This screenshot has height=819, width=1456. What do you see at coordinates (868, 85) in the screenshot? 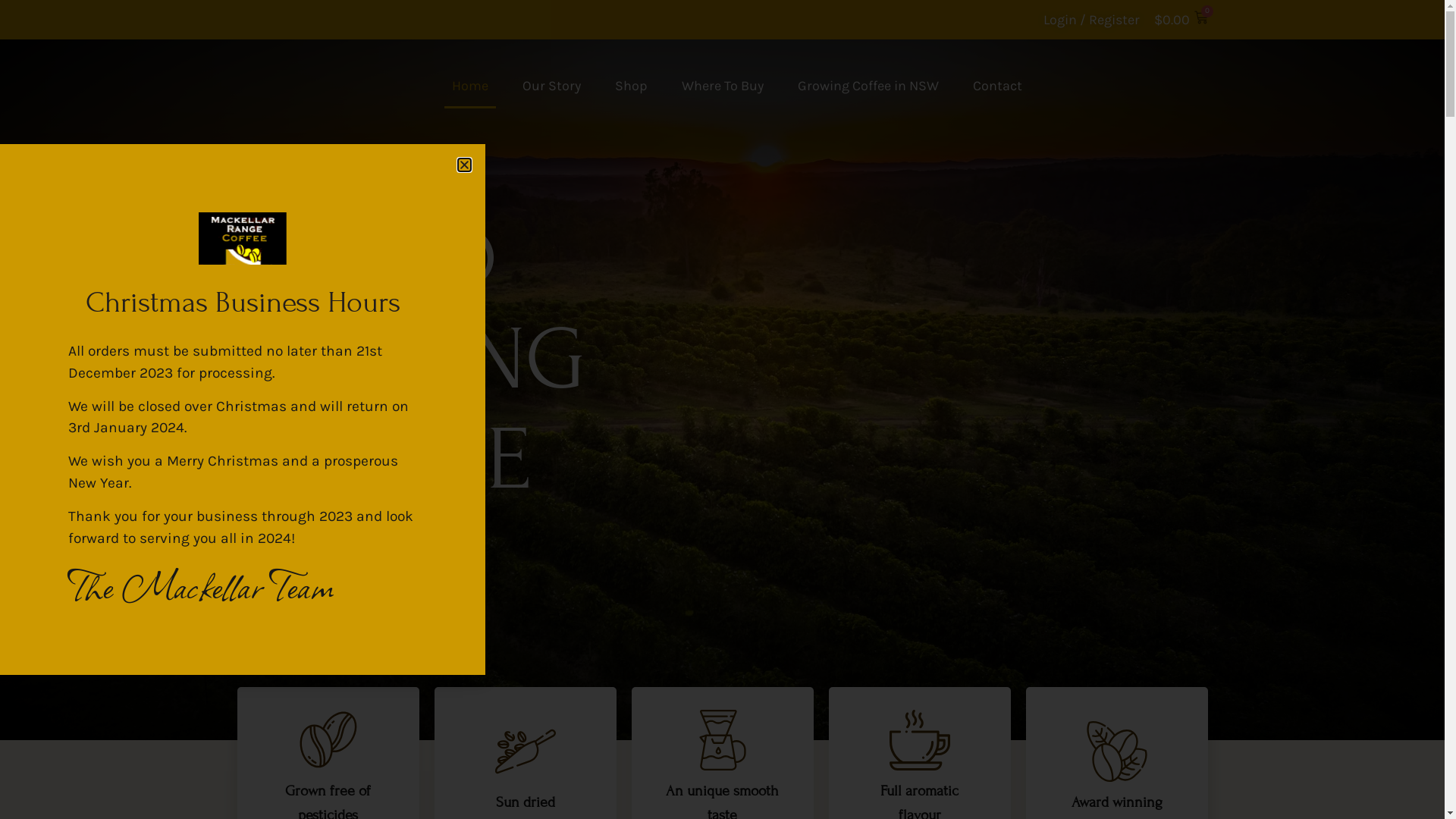
I see `'Growing Coffee in NSW'` at bounding box center [868, 85].